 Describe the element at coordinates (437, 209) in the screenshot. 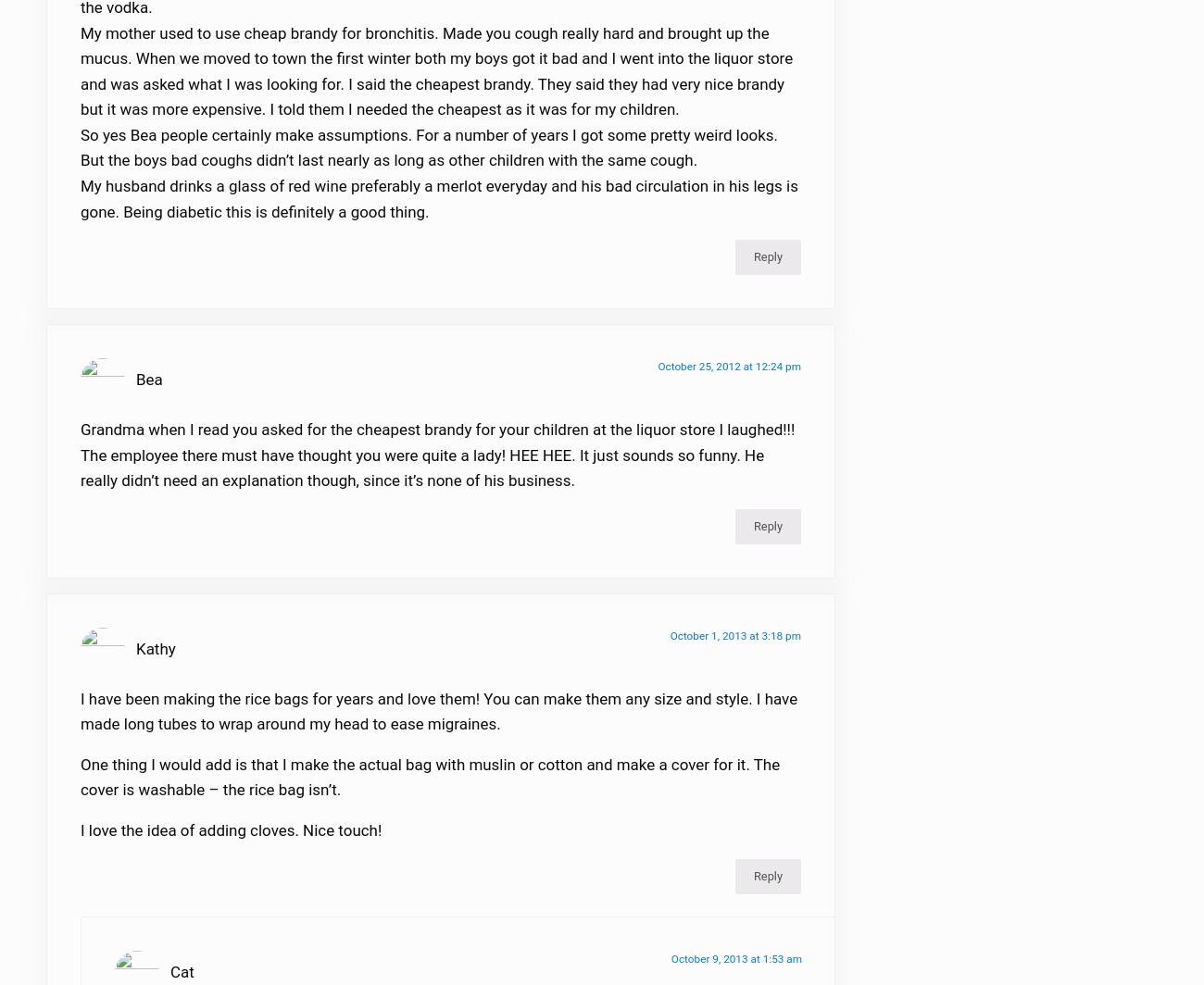

I see `'My husband drinks a glass of red wine preferably a merlot everyday and his bad circulation in his legs is gone. Being diabetic this is definitely a good thing.'` at that location.